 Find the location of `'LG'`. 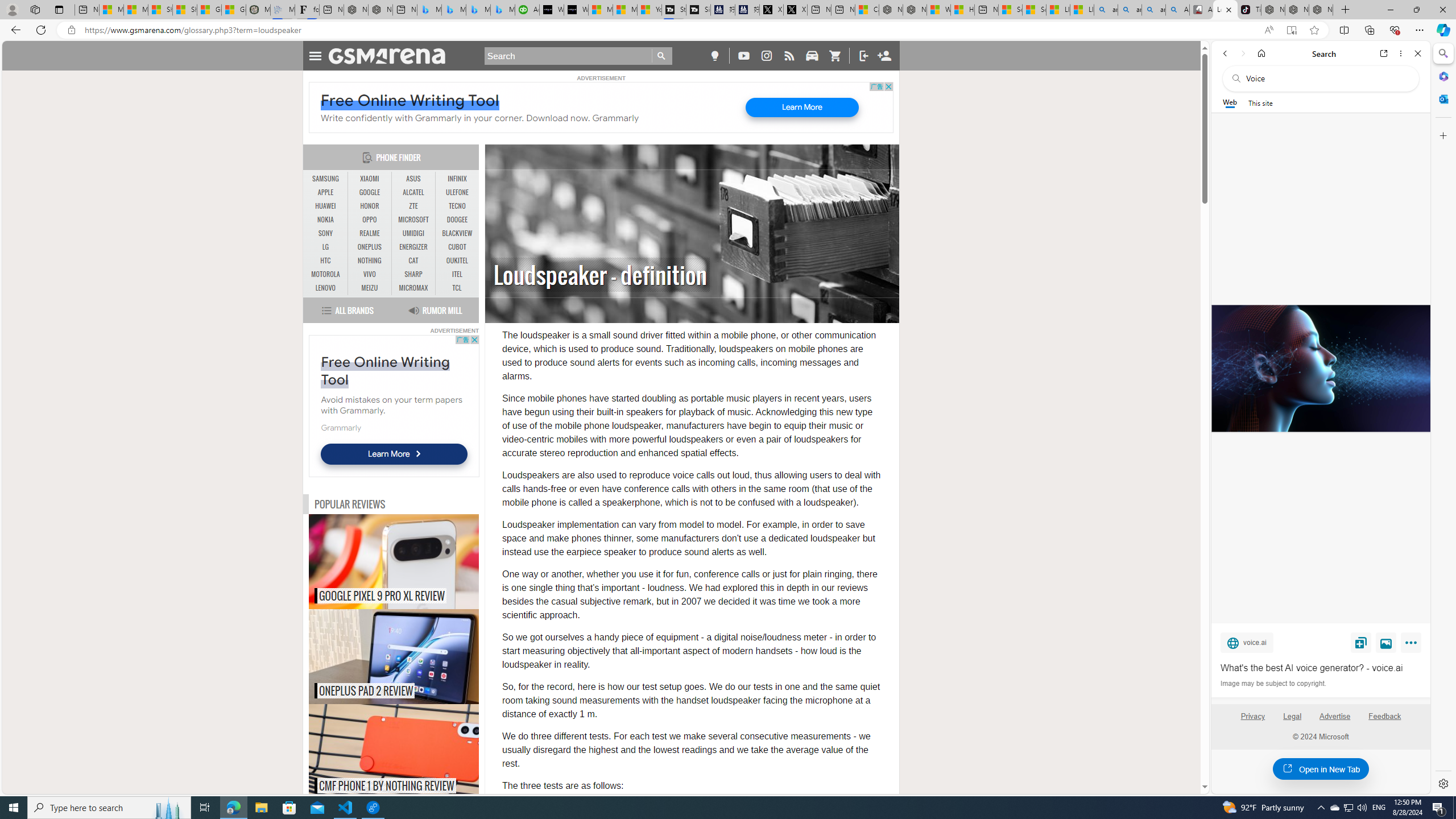

'LG' is located at coordinates (325, 246).